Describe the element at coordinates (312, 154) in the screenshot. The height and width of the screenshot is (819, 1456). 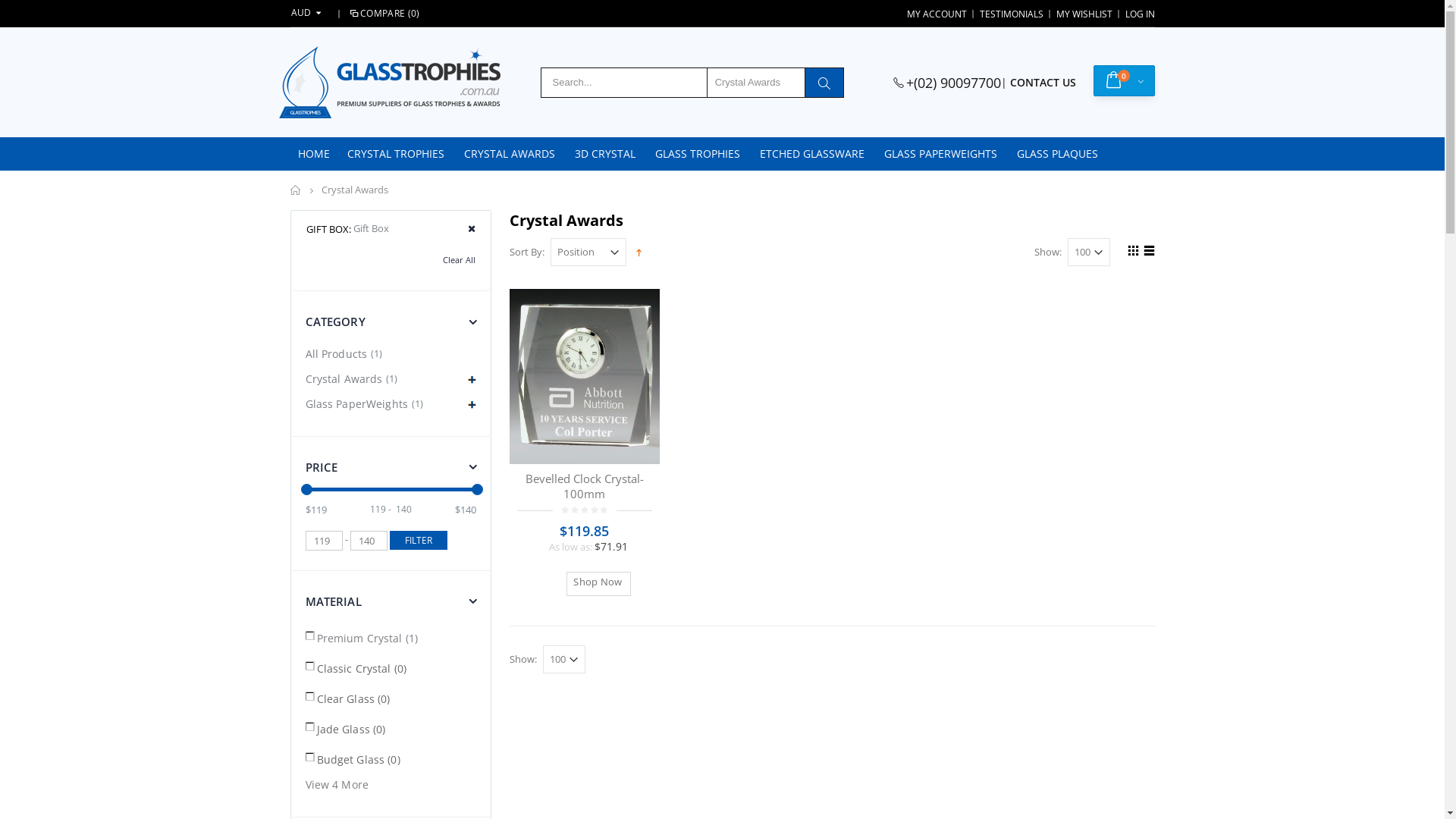
I see `'HOME'` at that location.